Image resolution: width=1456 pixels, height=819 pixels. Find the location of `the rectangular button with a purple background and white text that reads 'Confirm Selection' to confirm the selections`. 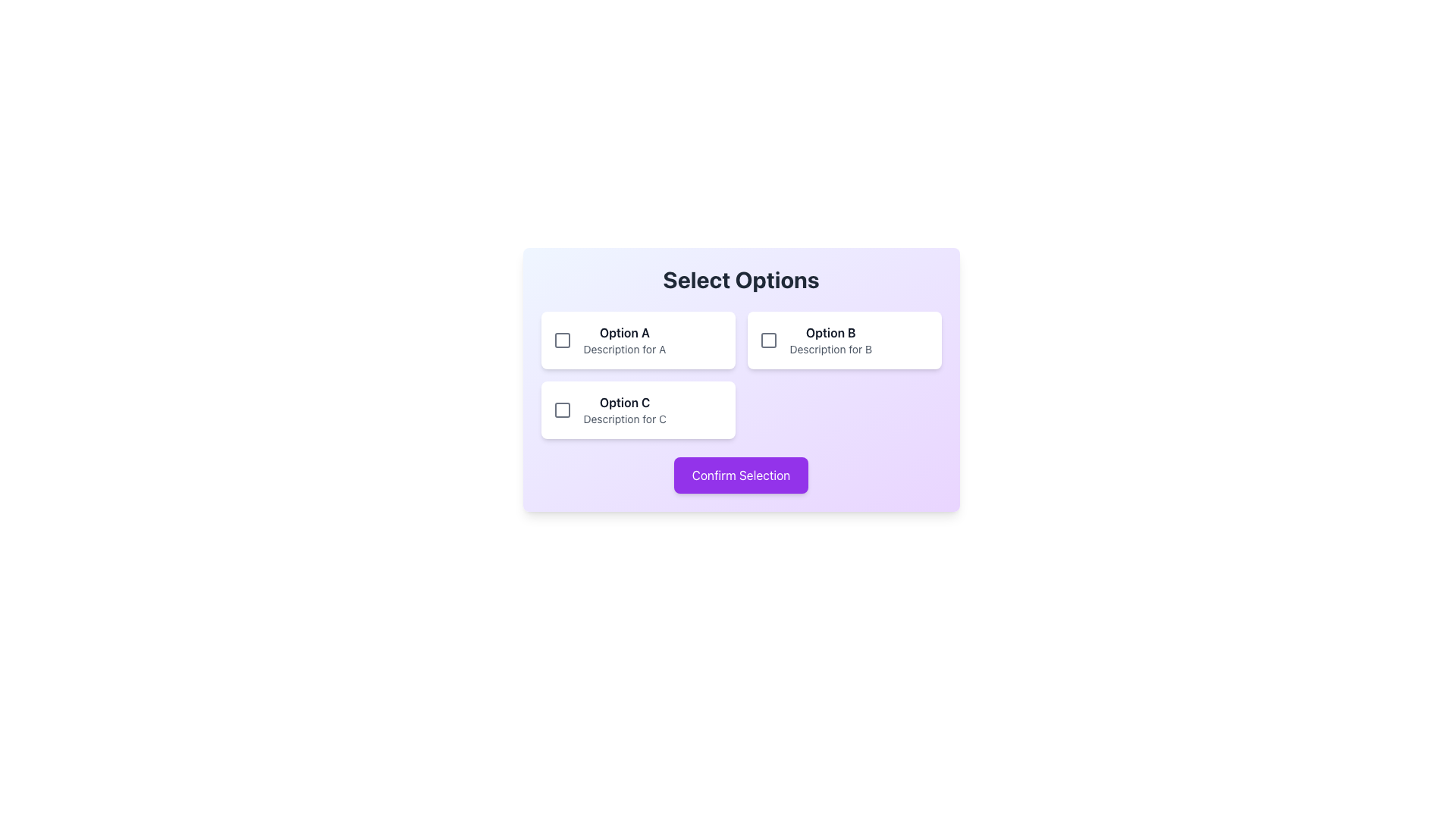

the rectangular button with a purple background and white text that reads 'Confirm Selection' to confirm the selections is located at coordinates (741, 475).